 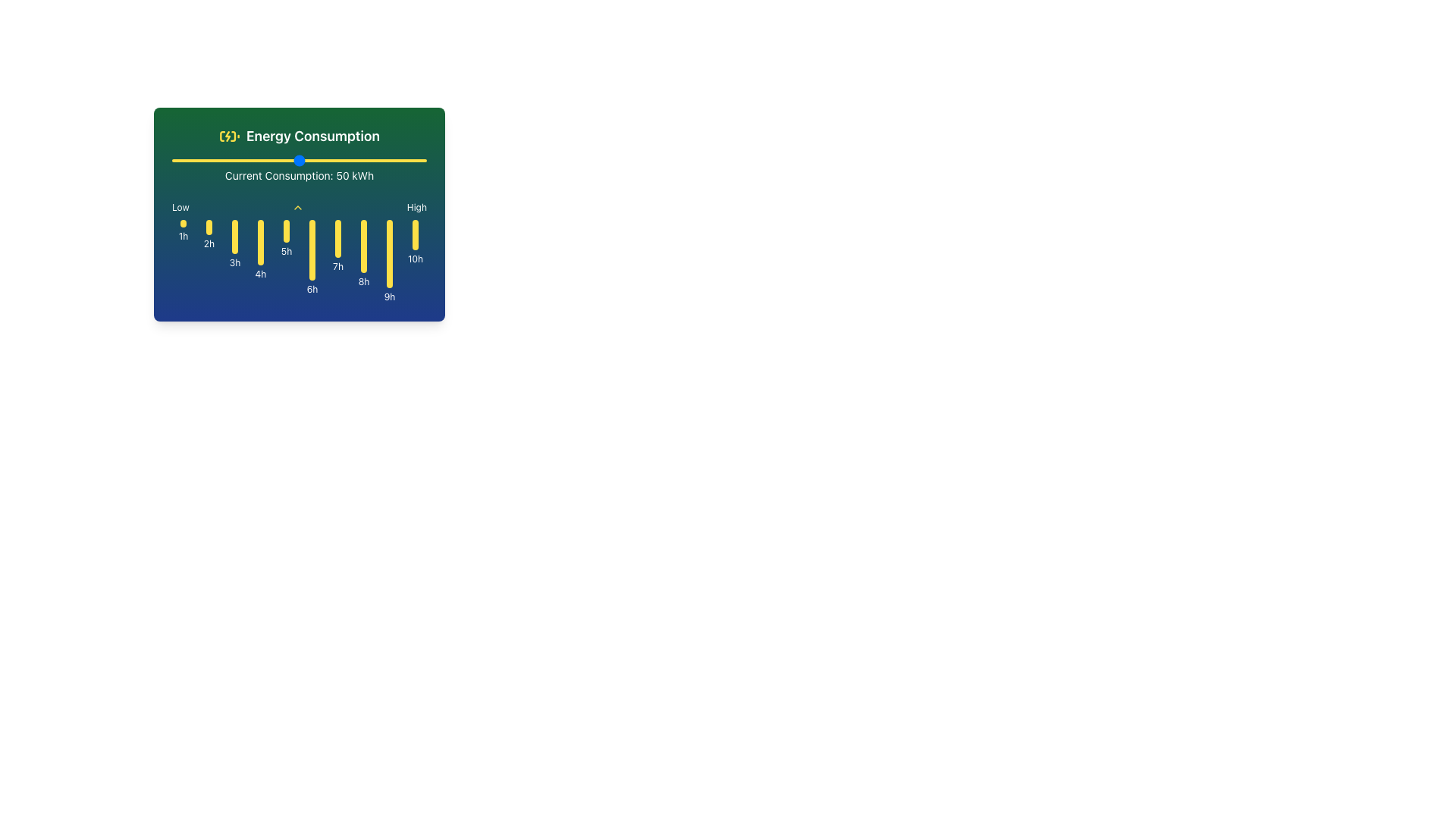 I want to click on the upward-facing yellow chevron icon located between 'Low' and 'High' labels, below 'Current Consumption: 50 kWh', so click(x=298, y=207).